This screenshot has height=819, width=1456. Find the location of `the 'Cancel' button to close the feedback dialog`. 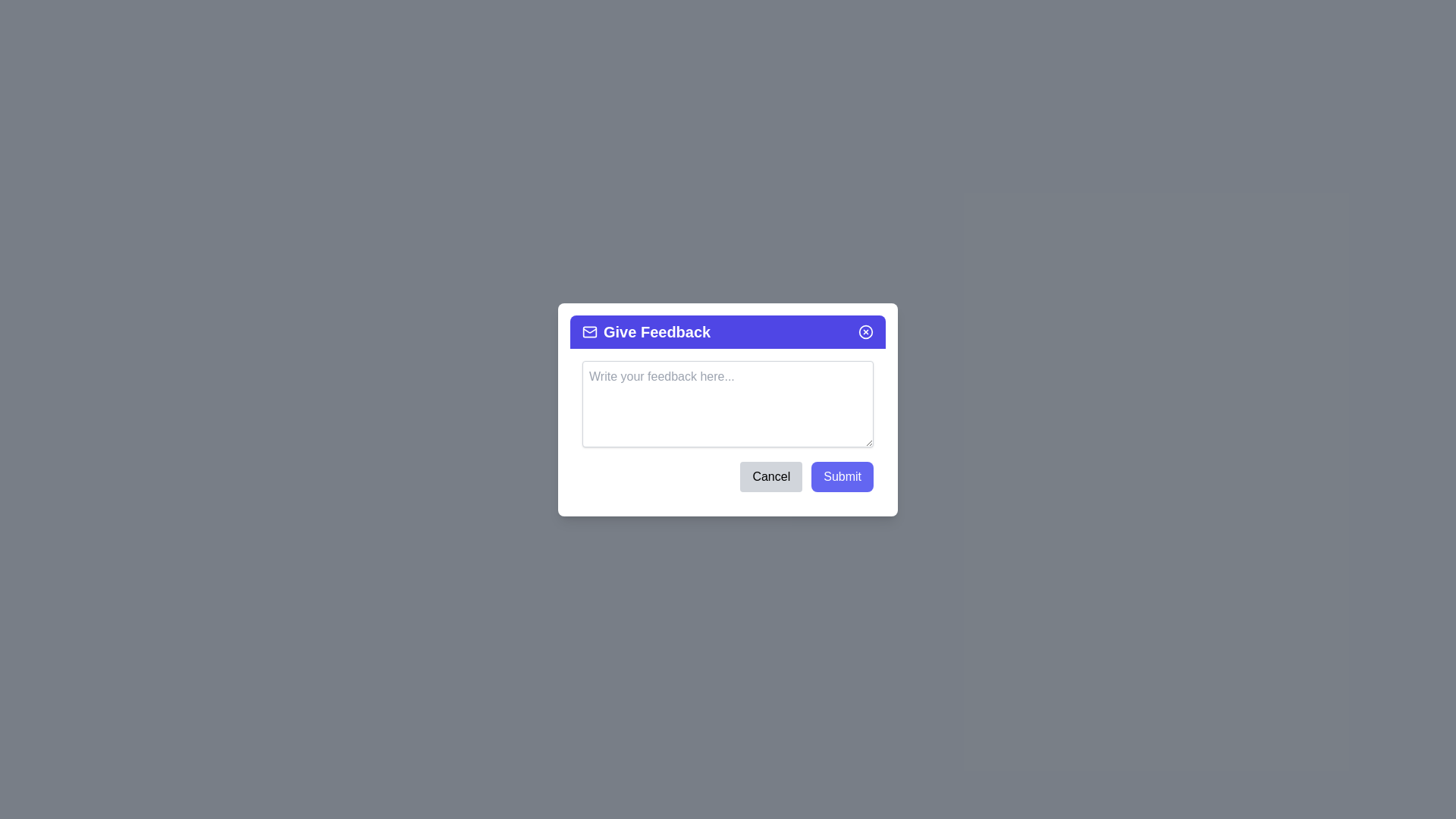

the 'Cancel' button to close the feedback dialog is located at coordinates (771, 475).